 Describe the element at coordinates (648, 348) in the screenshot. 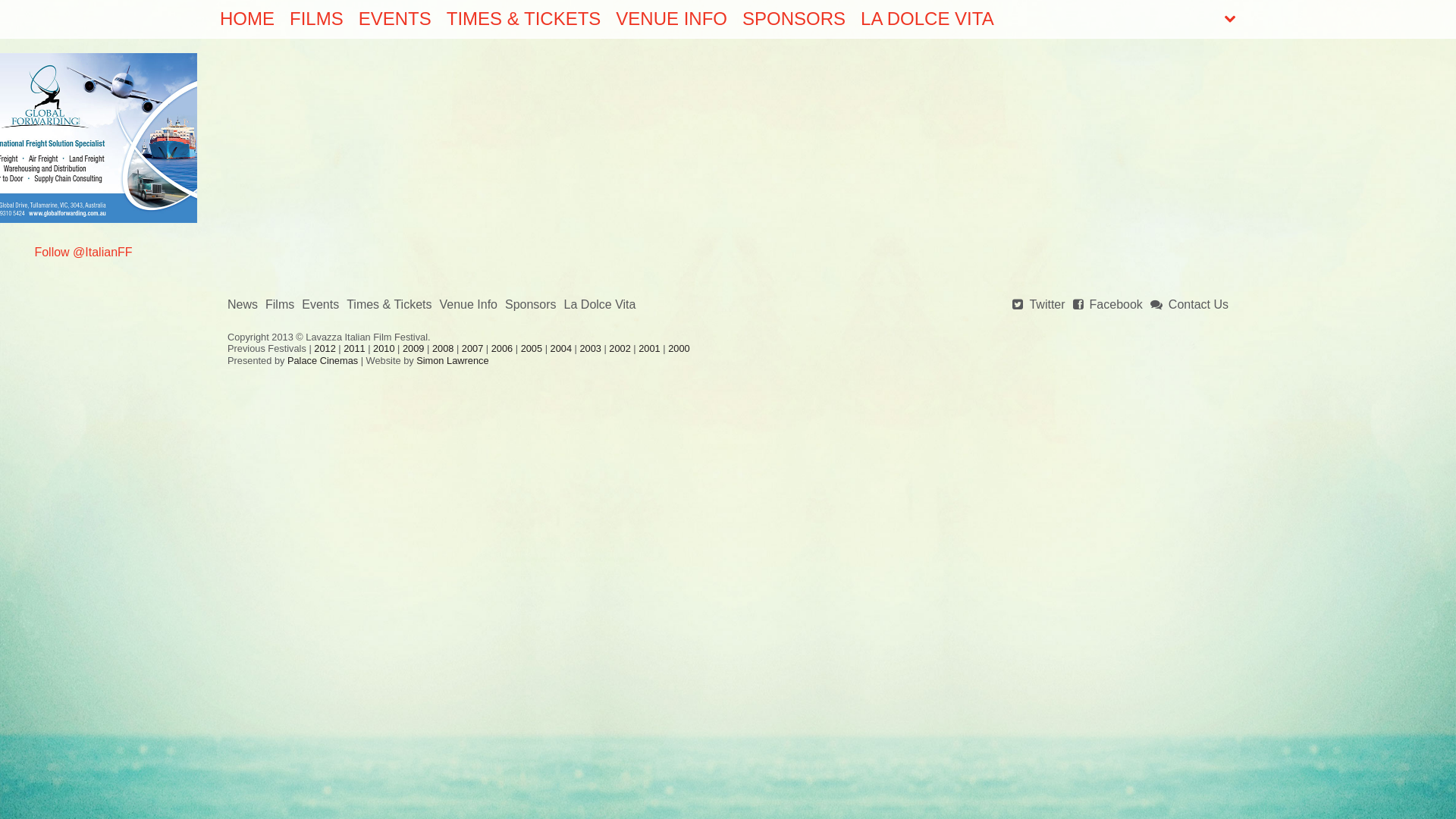

I see `'2001'` at that location.